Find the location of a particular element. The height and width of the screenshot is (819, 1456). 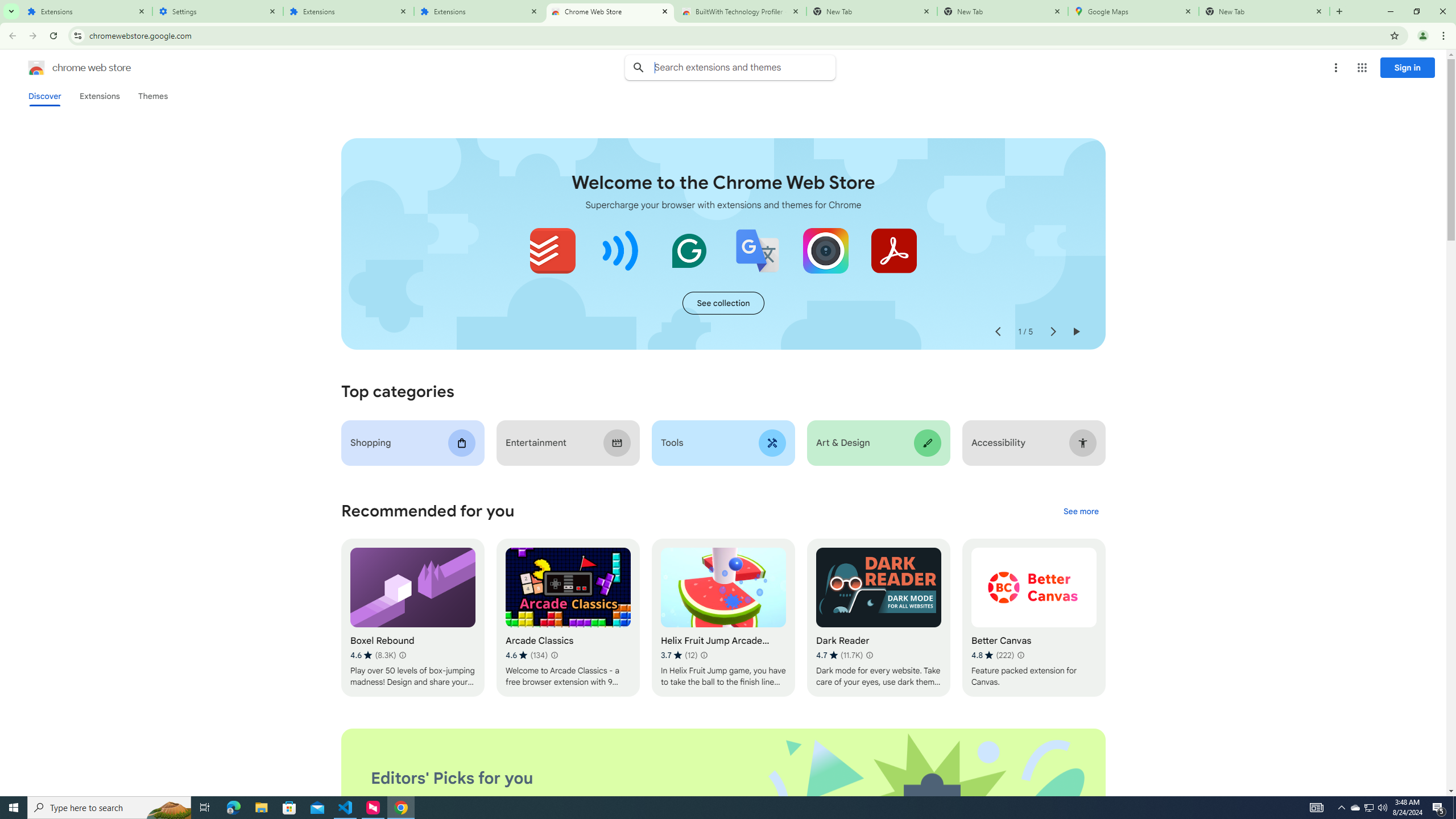

'Art & Design' is located at coordinates (878, 442).